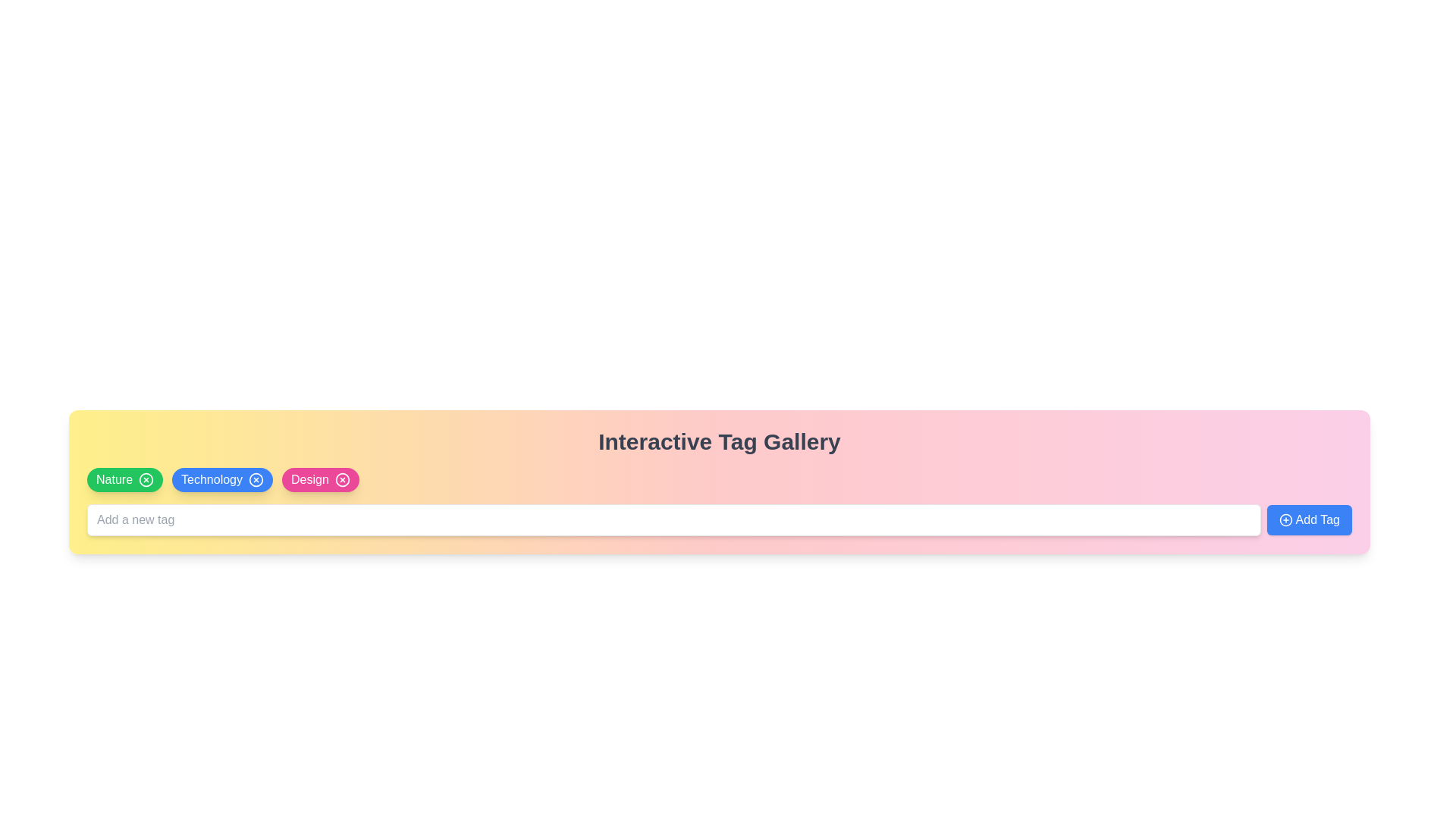 Image resolution: width=1456 pixels, height=819 pixels. I want to click on the SVG circle that visually represents the close action icon associated with the 'Nature' tag, located in the top-left corner of the tag, so click(146, 479).